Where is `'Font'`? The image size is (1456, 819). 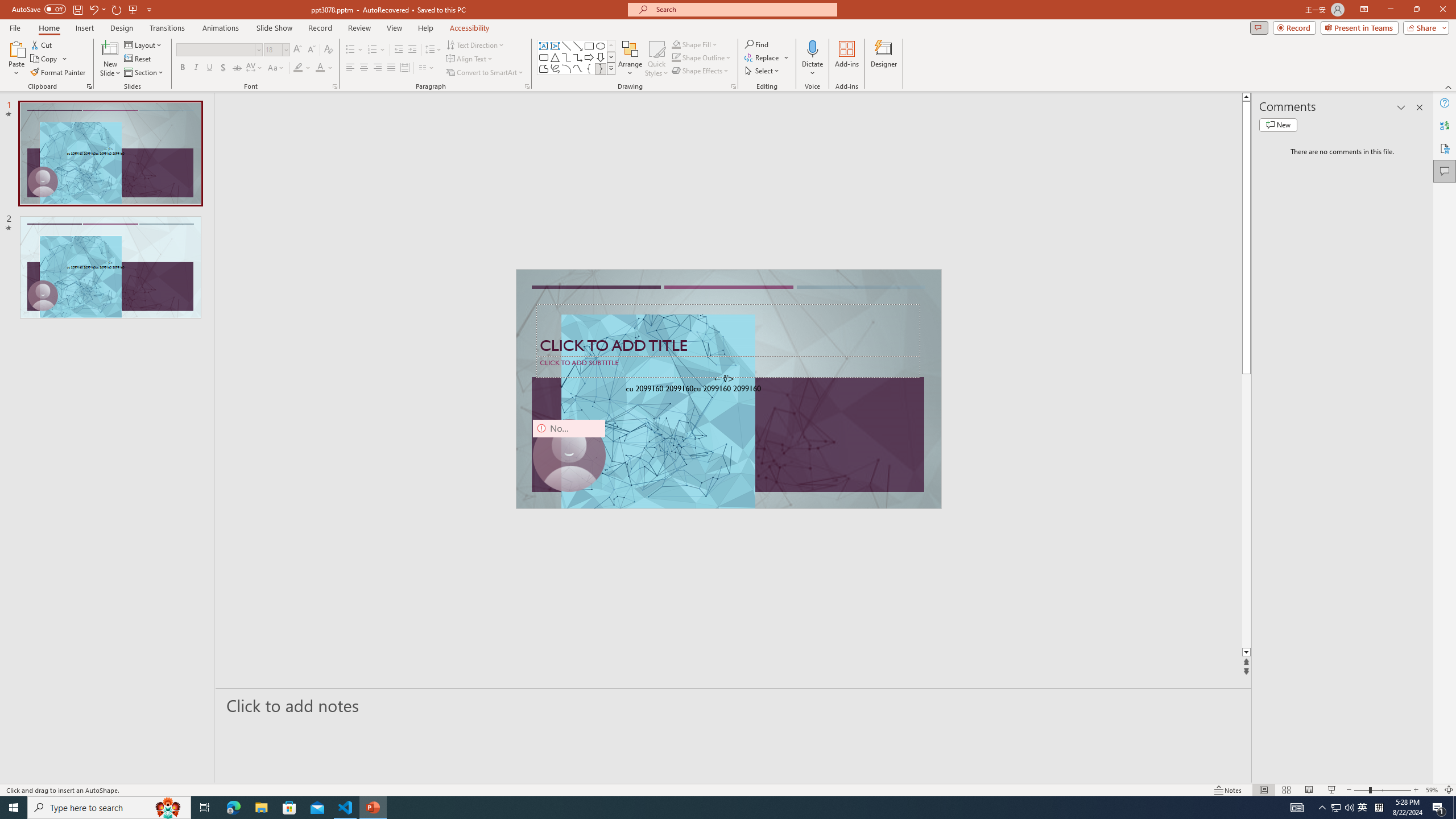 'Font' is located at coordinates (215, 49).